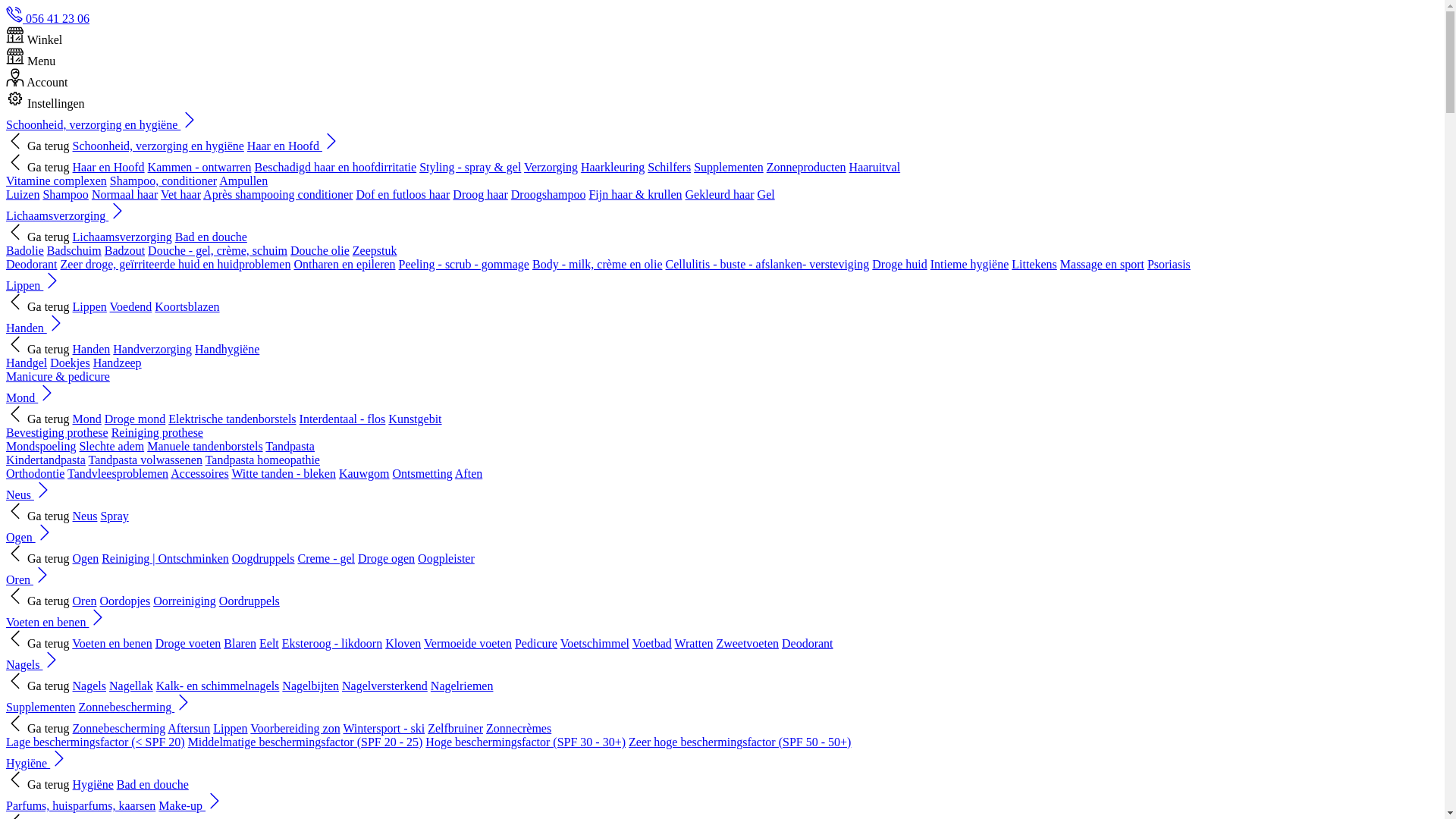 This screenshot has height=819, width=1456. Describe the element at coordinates (249, 600) in the screenshot. I see `'Oordruppels'` at that location.